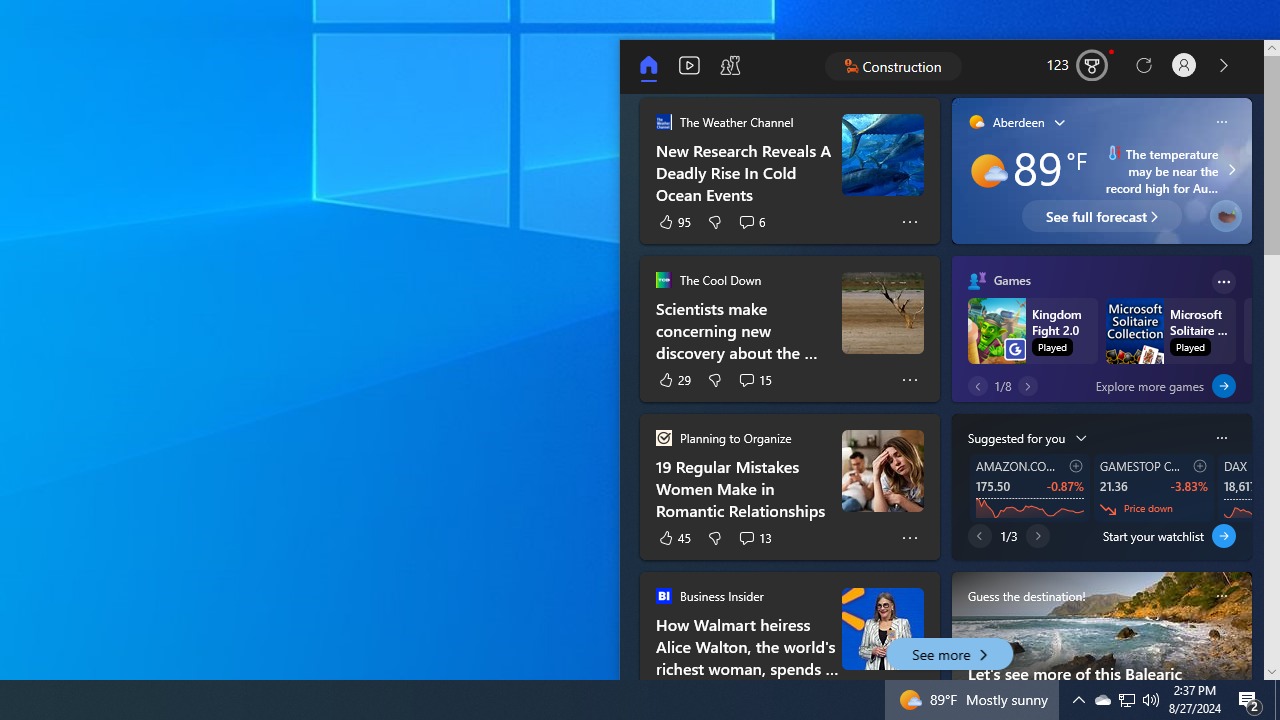 Image resolution: width=1280 pixels, height=720 pixels. I want to click on 'Microsoft Rewards', so click(1078, 64).